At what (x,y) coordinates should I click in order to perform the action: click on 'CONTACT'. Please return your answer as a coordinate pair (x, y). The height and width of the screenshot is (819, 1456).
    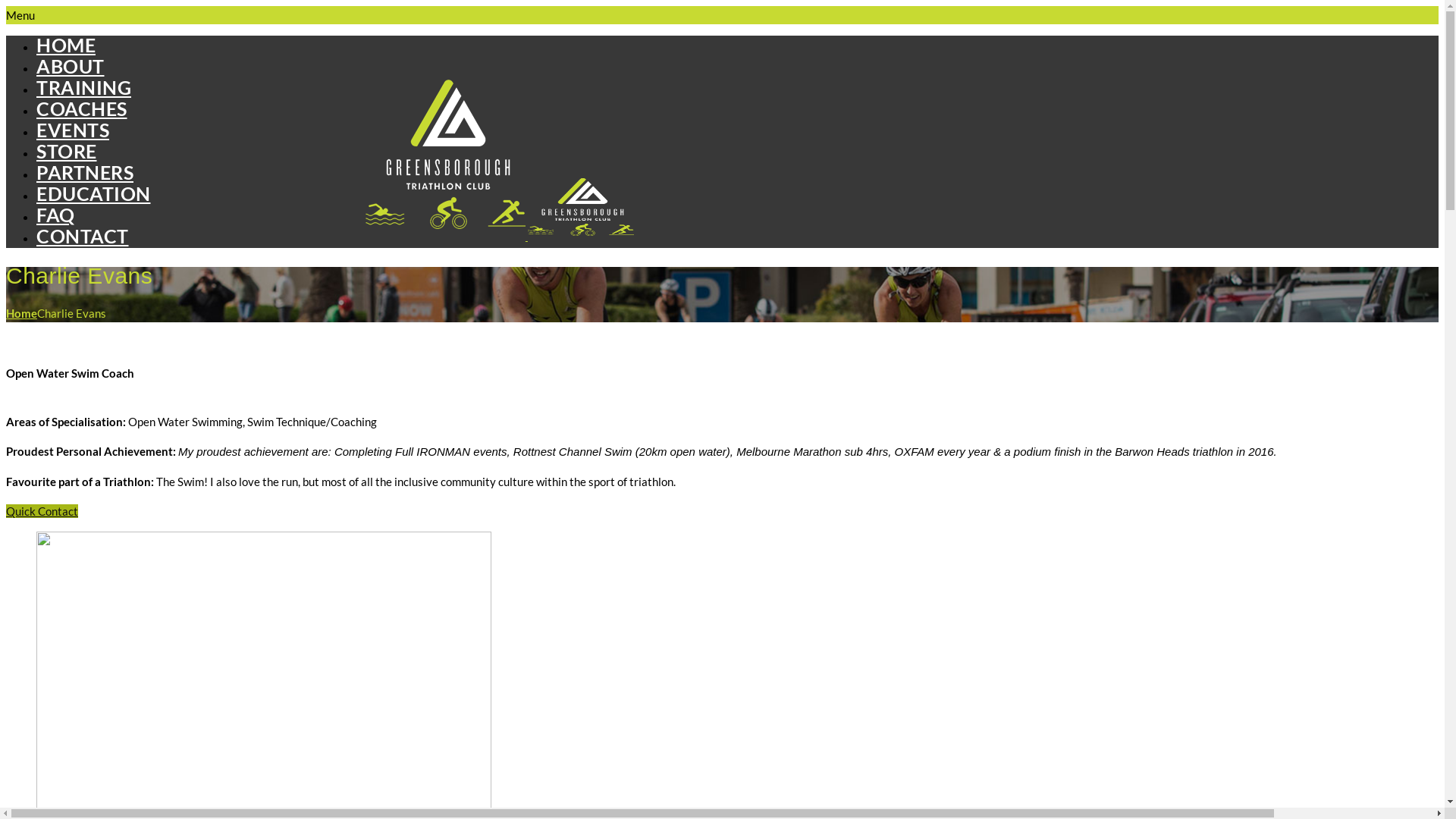
    Looking at the image, I should click on (36, 236).